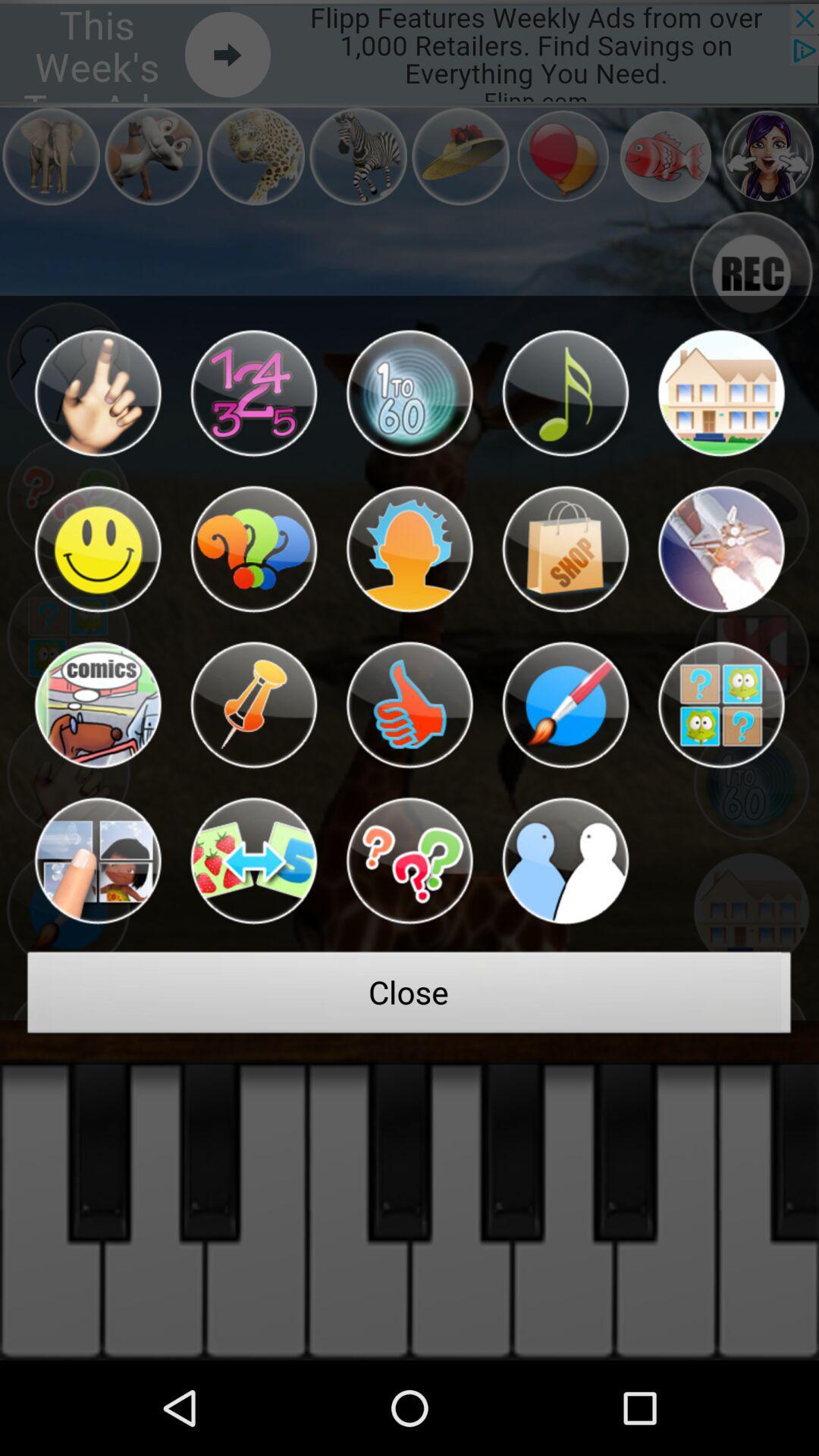 This screenshot has height=1456, width=819. I want to click on the swap icon, so click(253, 921).